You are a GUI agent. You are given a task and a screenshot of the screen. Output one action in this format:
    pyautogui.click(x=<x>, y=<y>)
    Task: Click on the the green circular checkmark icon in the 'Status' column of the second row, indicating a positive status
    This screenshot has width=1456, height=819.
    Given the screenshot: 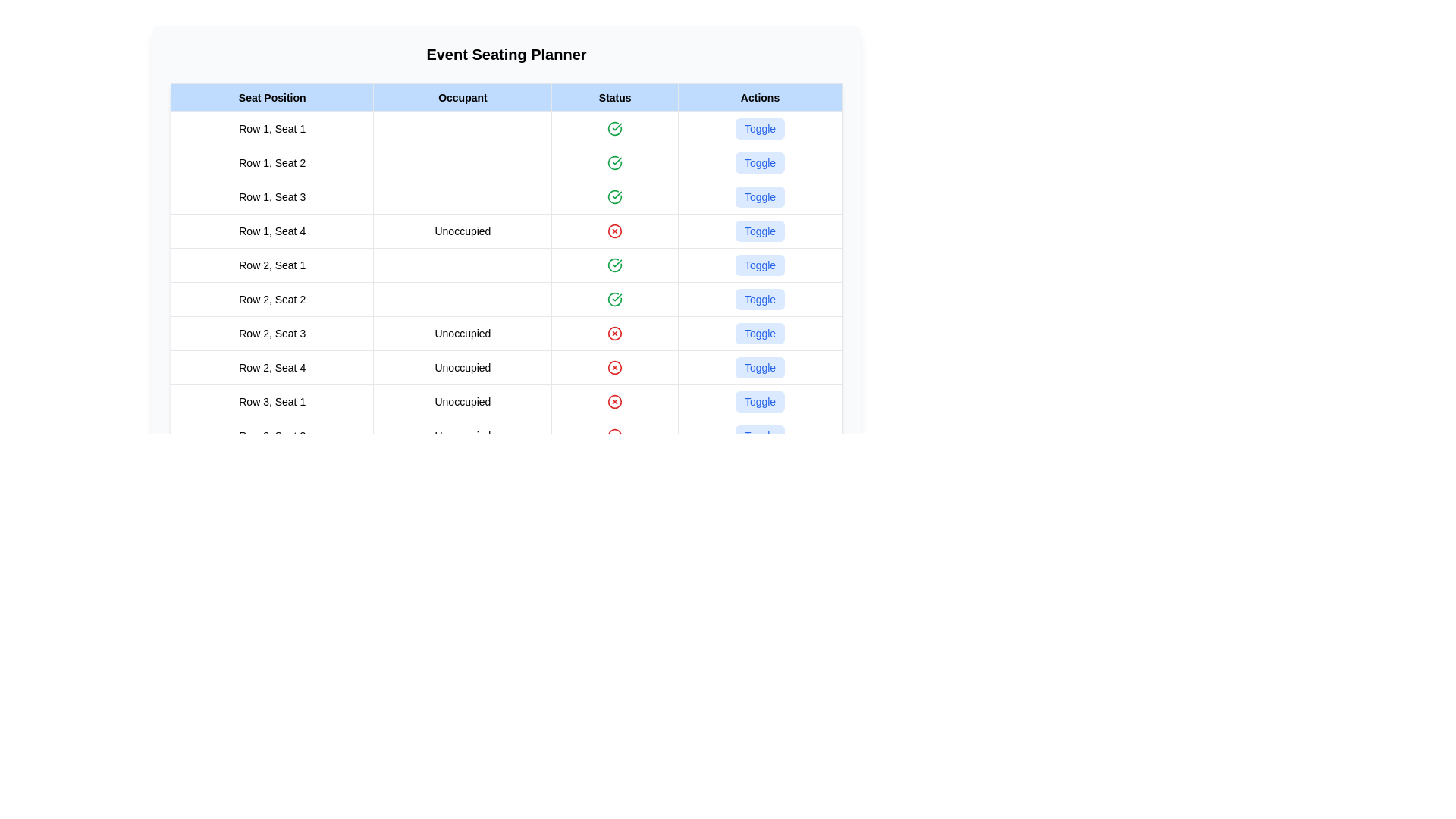 What is the action you would take?
    pyautogui.click(x=615, y=163)
    